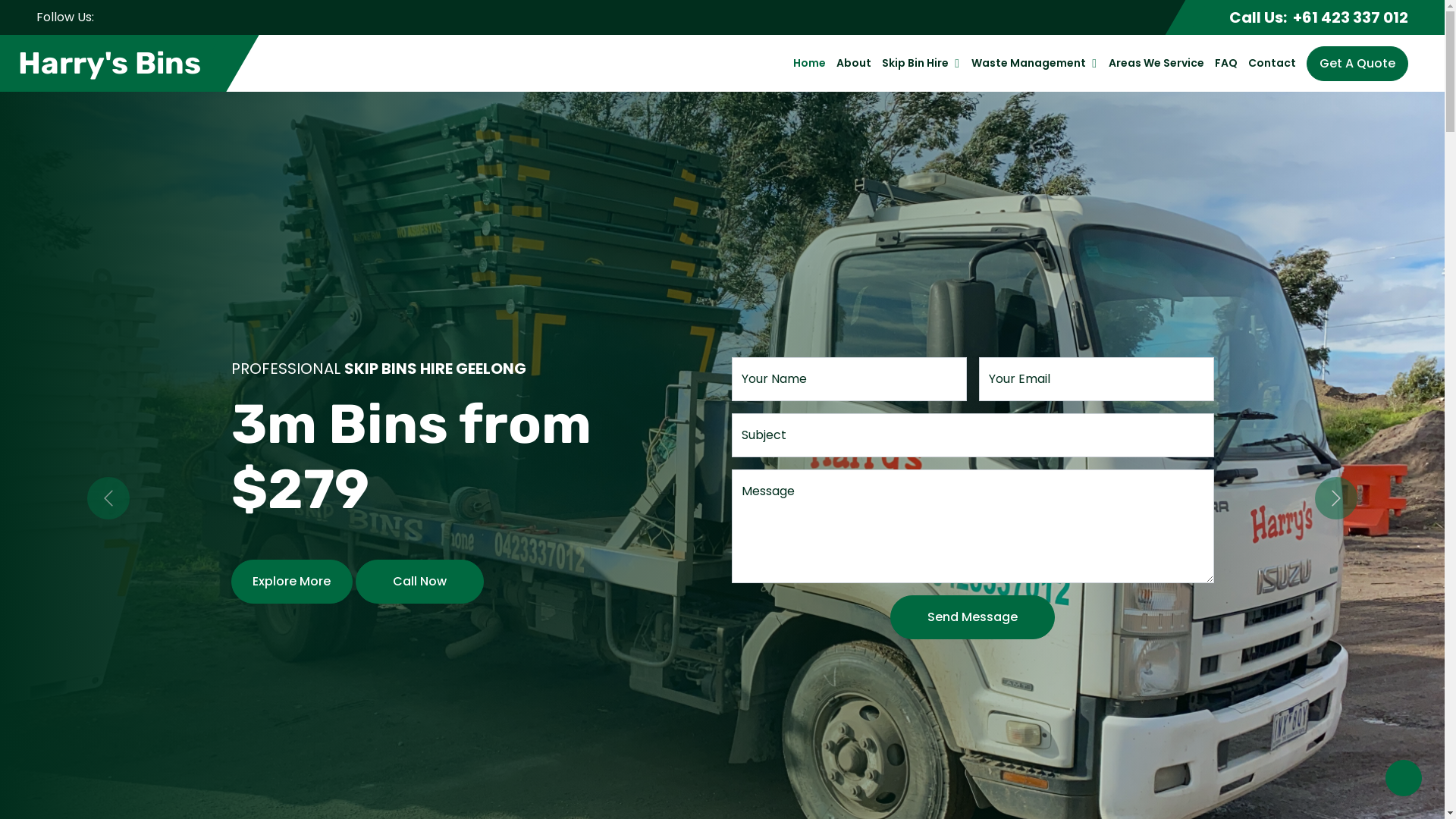  I want to click on 'Harry's Bins', so click(111, 62).